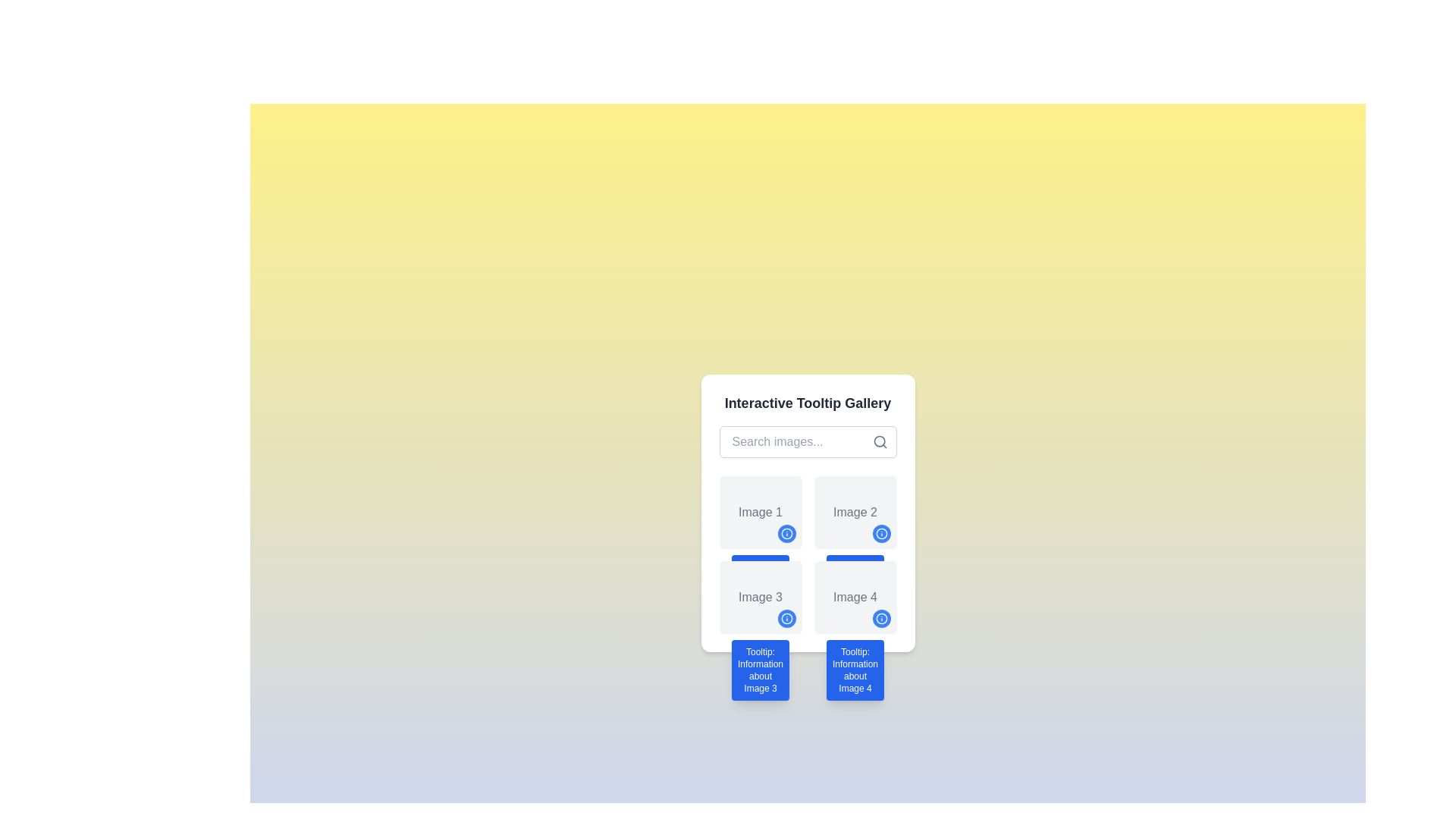 The width and height of the screenshot is (1456, 819). What do you see at coordinates (881, 619) in the screenshot?
I see `the information icon located at the bottom-right corner of the fourth image in the grid layout` at bounding box center [881, 619].